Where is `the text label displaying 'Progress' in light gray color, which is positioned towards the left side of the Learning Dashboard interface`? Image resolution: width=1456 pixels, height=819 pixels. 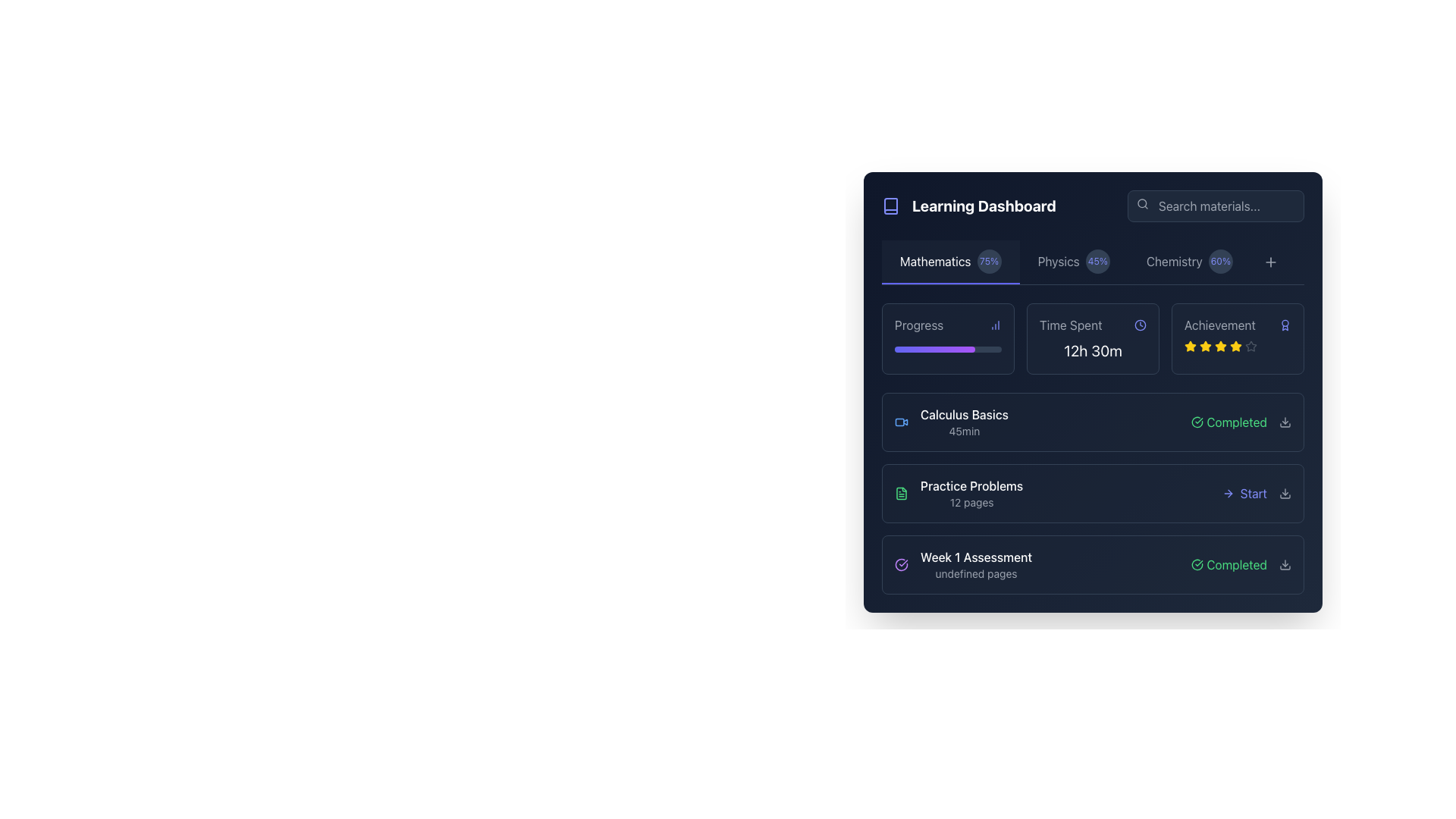
the text label displaying 'Progress' in light gray color, which is positioned towards the left side of the Learning Dashboard interface is located at coordinates (918, 324).